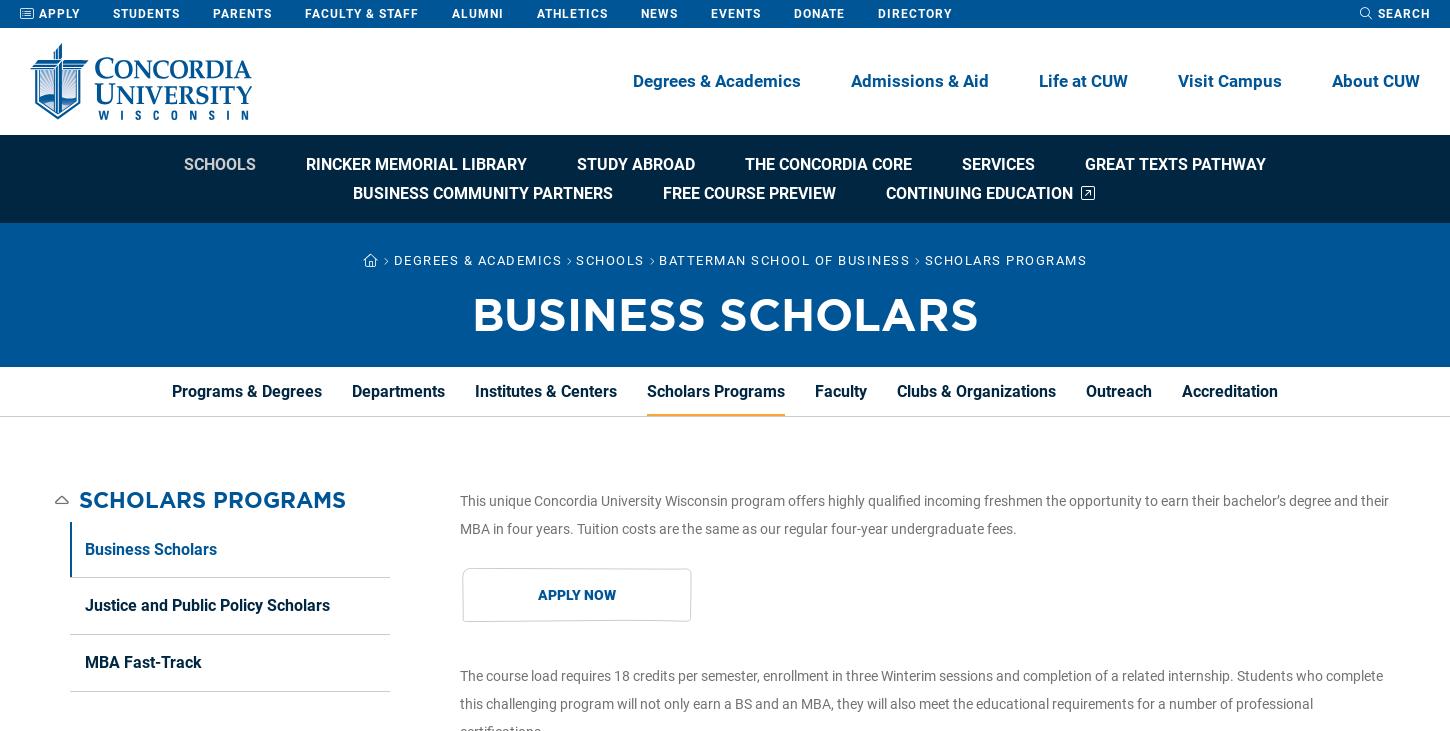 The width and height of the screenshot is (1450, 731). Describe the element at coordinates (819, 13) in the screenshot. I see `'Donate'` at that location.